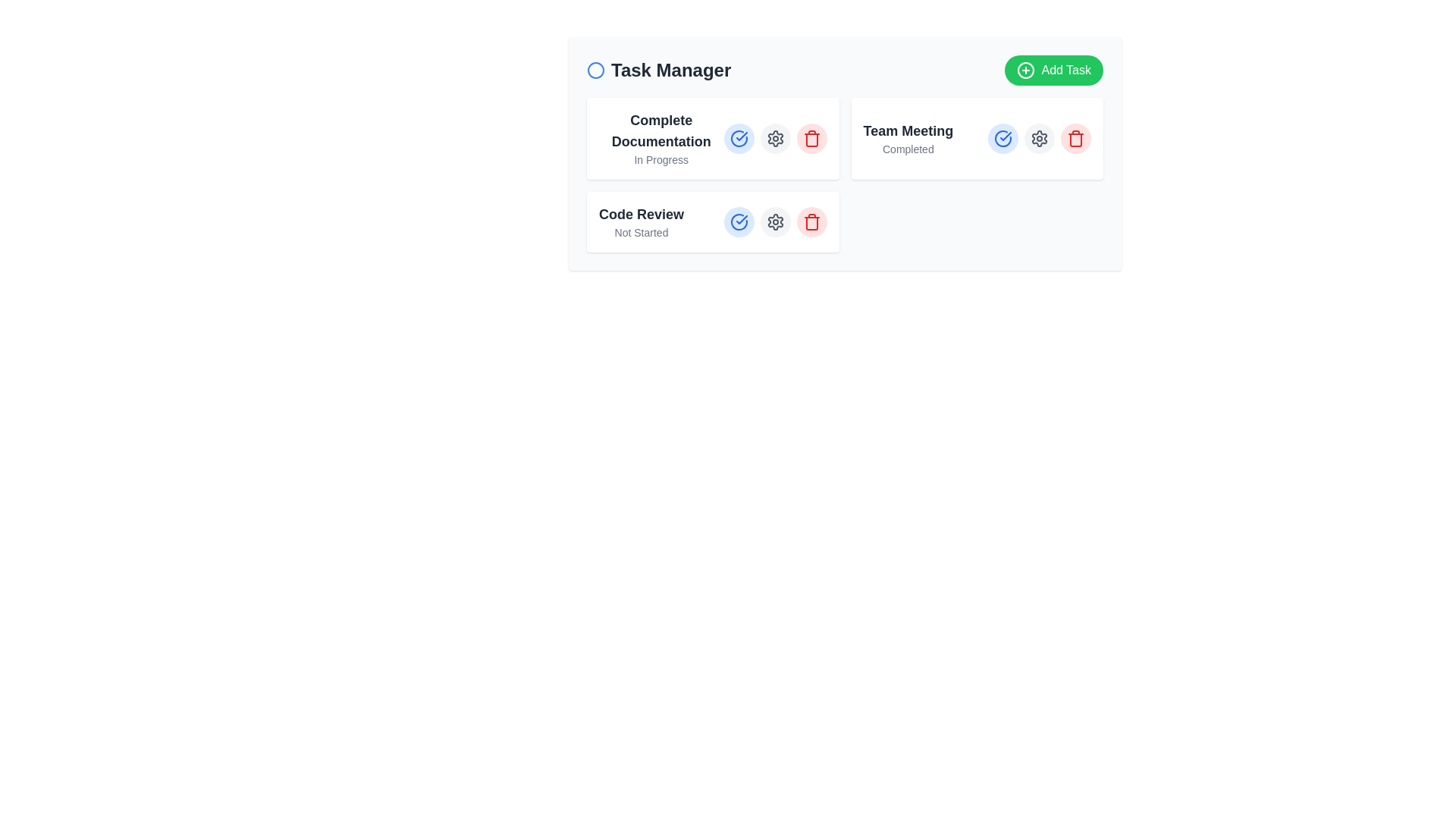 The image size is (1456, 819). What do you see at coordinates (641, 222) in the screenshot?
I see `the text block indicating the title 'Code Review' with status 'Not Started', located in the left section of the second row of the task manager interface` at bounding box center [641, 222].